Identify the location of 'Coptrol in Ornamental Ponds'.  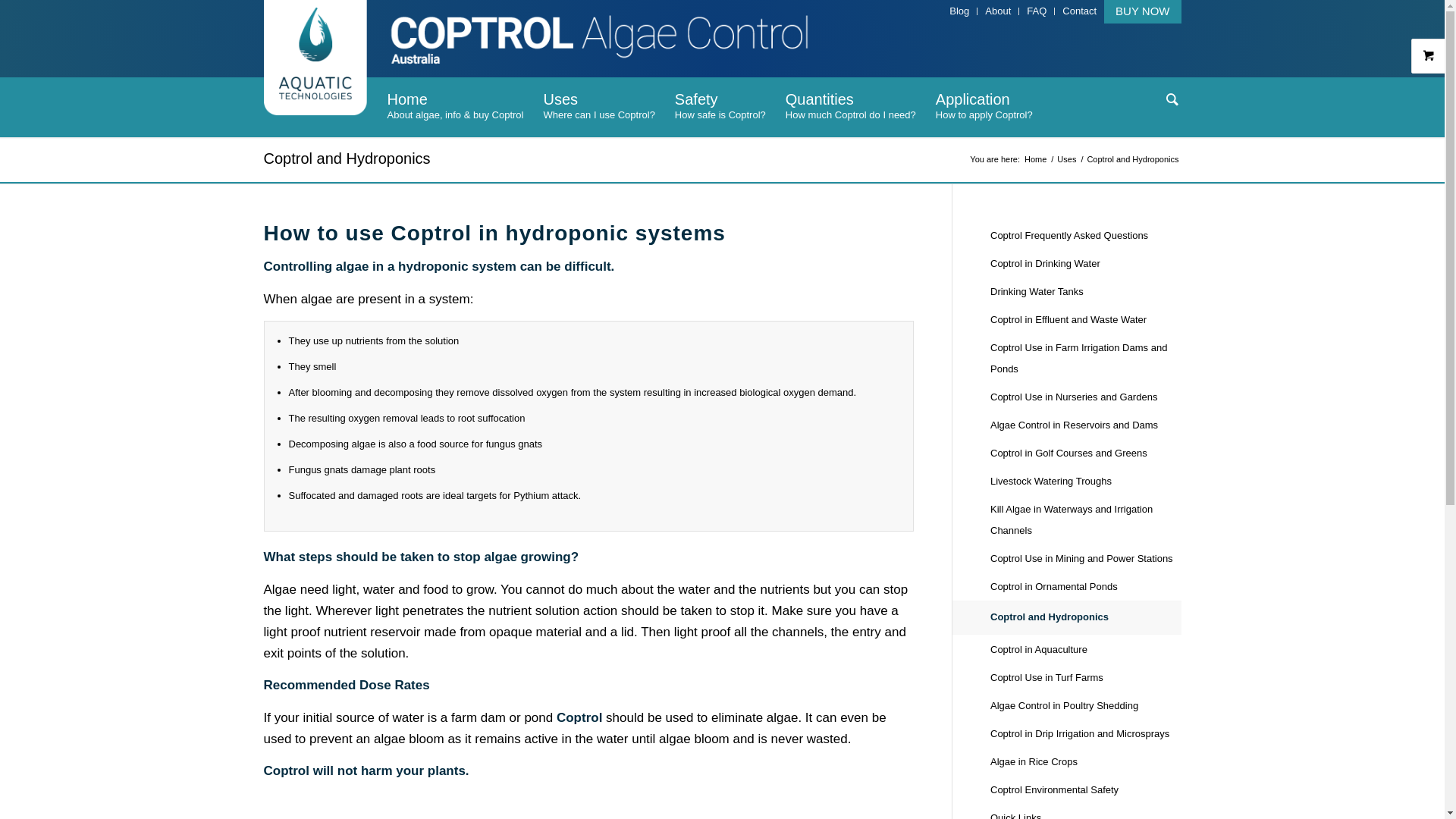
(1084, 586).